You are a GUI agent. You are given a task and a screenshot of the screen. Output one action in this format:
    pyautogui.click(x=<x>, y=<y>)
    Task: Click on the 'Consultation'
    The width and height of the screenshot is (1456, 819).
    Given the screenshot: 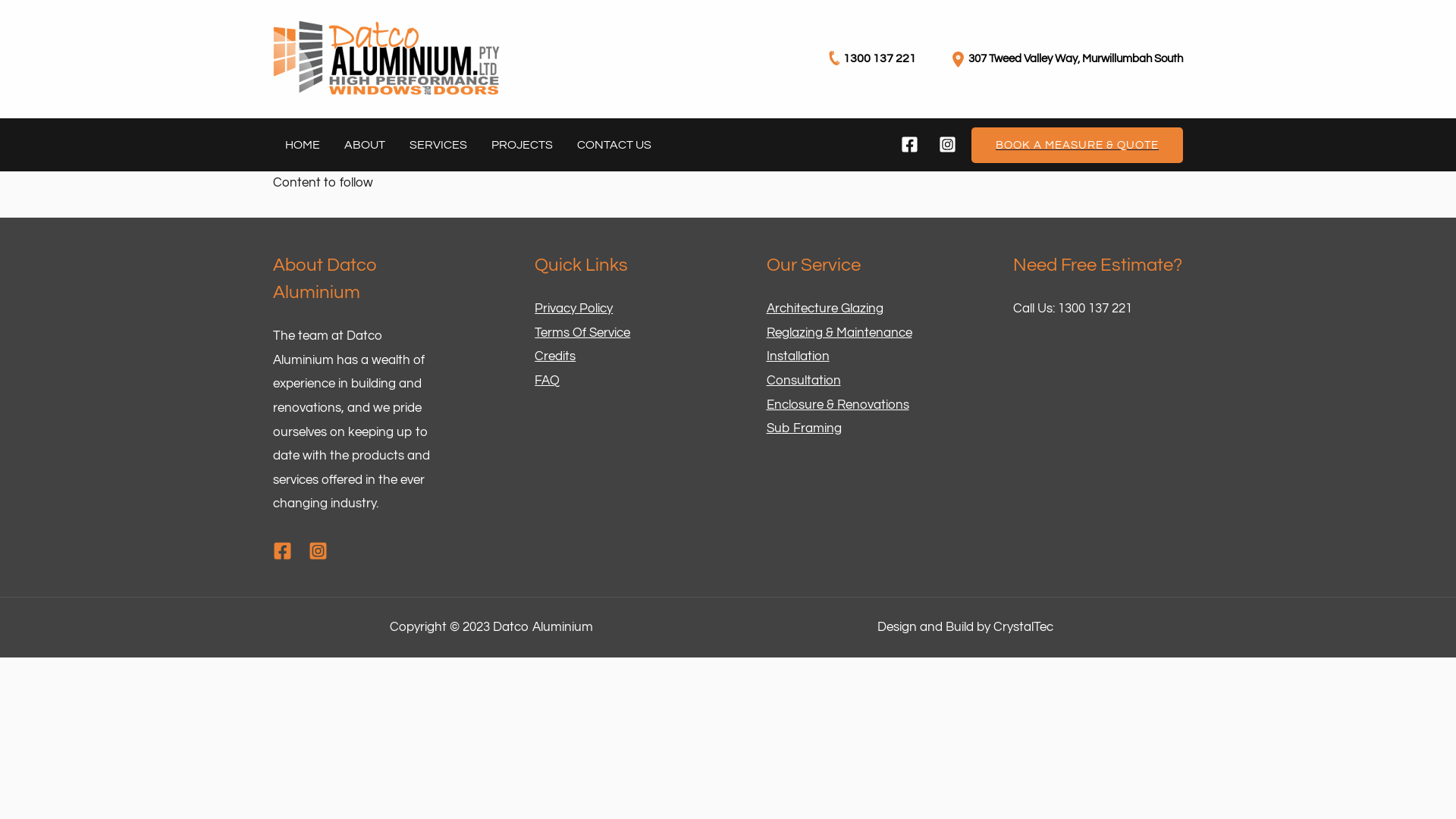 What is the action you would take?
    pyautogui.click(x=802, y=379)
    